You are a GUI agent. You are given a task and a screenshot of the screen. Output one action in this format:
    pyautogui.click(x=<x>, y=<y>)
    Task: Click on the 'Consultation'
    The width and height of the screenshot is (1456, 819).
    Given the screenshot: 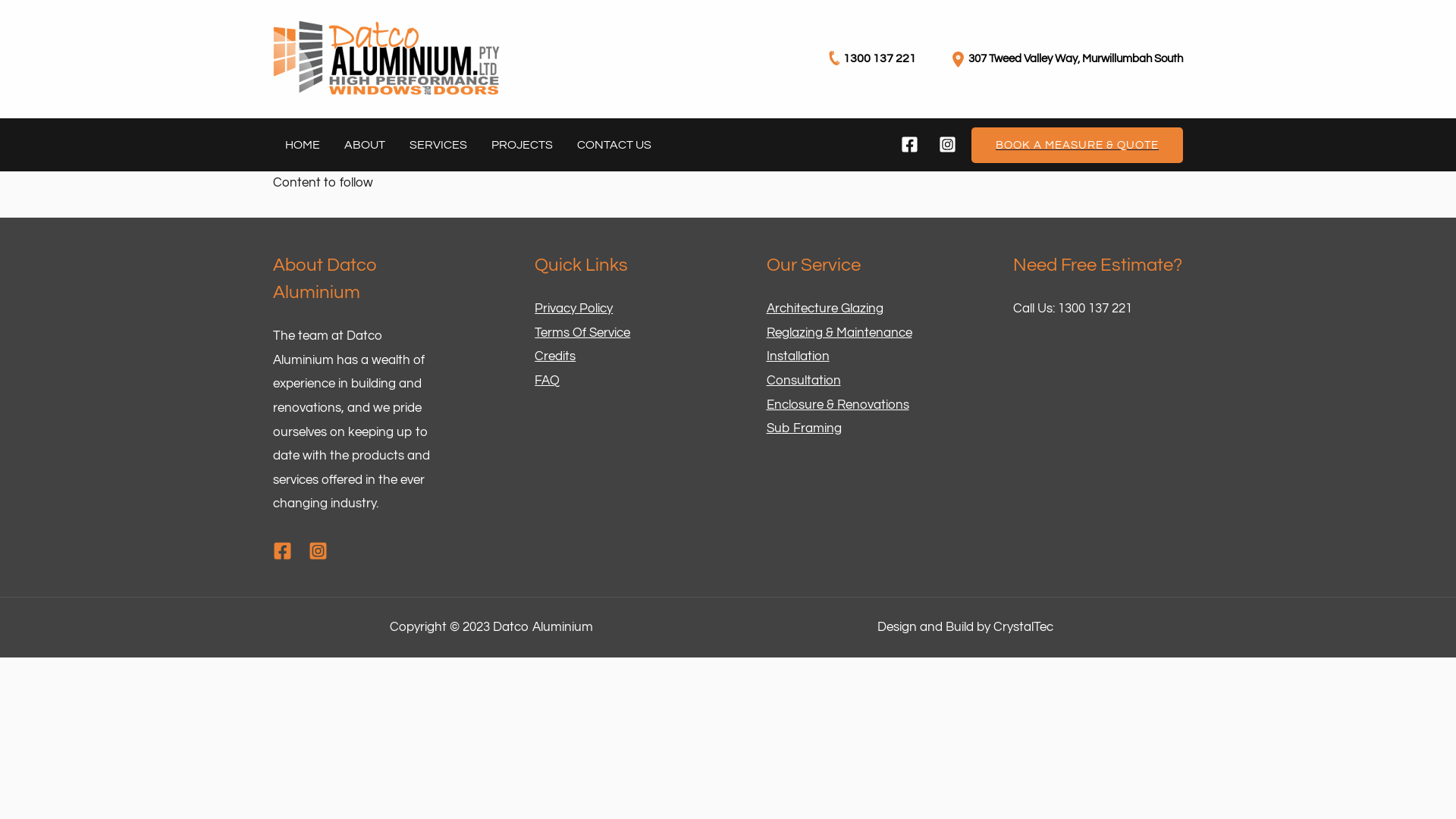 What is the action you would take?
    pyautogui.click(x=802, y=379)
    